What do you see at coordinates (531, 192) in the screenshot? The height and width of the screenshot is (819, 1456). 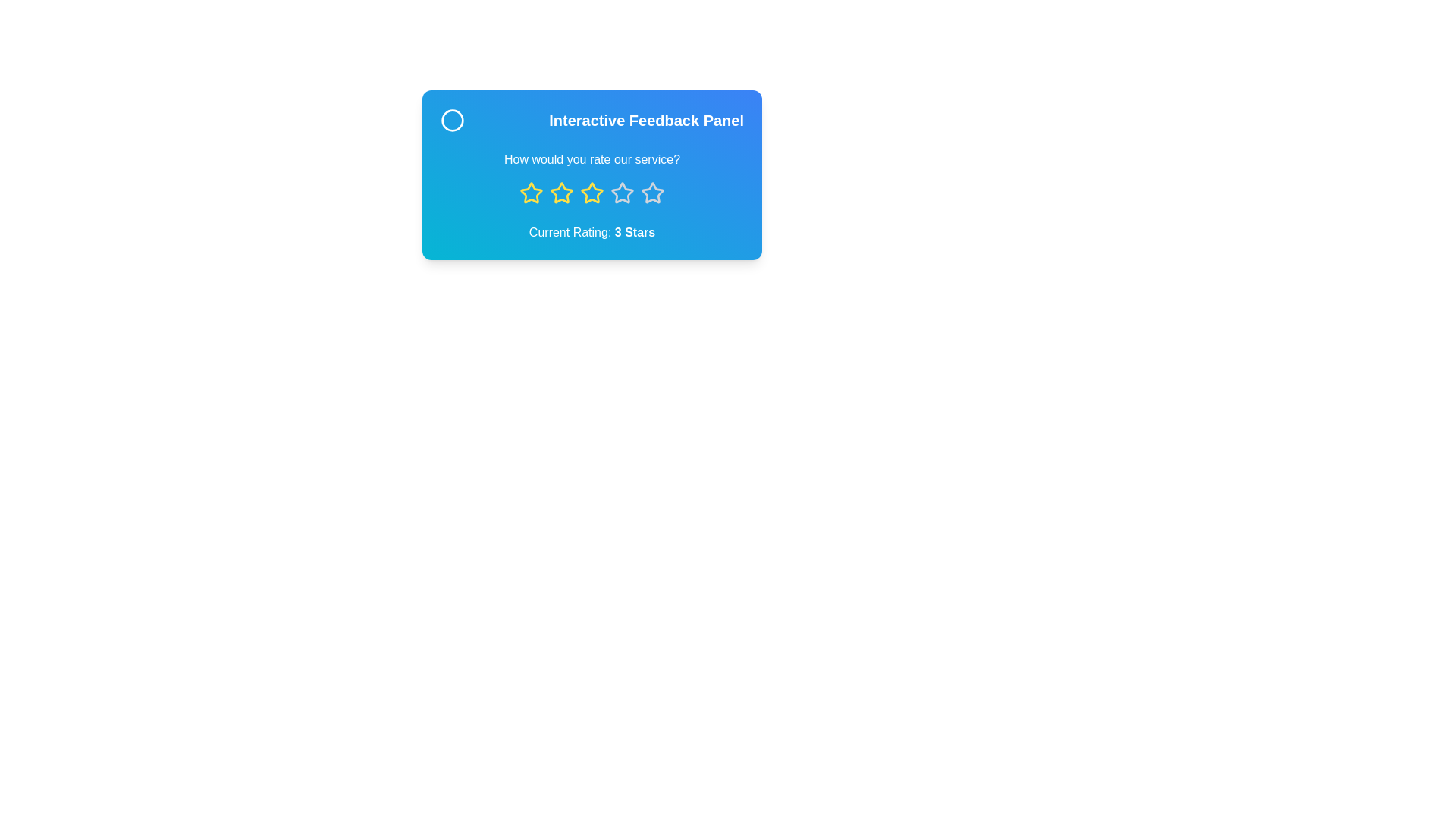 I see `the first yellow star icon in the rating system` at bounding box center [531, 192].